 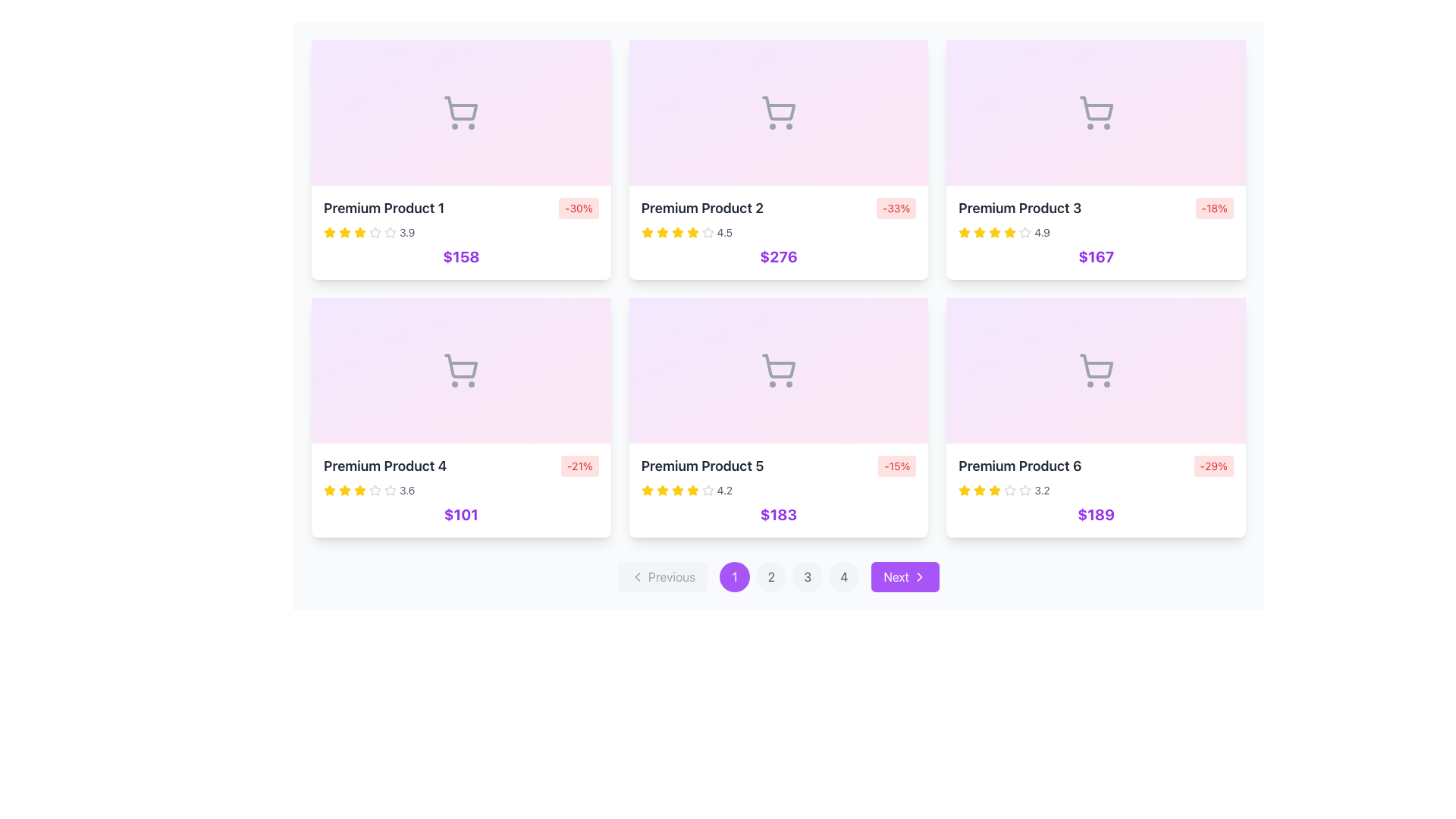 I want to click on the fourth star icon for rating purposes, which is visually represented with a sharp outline and hollow center, to trigger the tooltip or effect, so click(x=390, y=490).